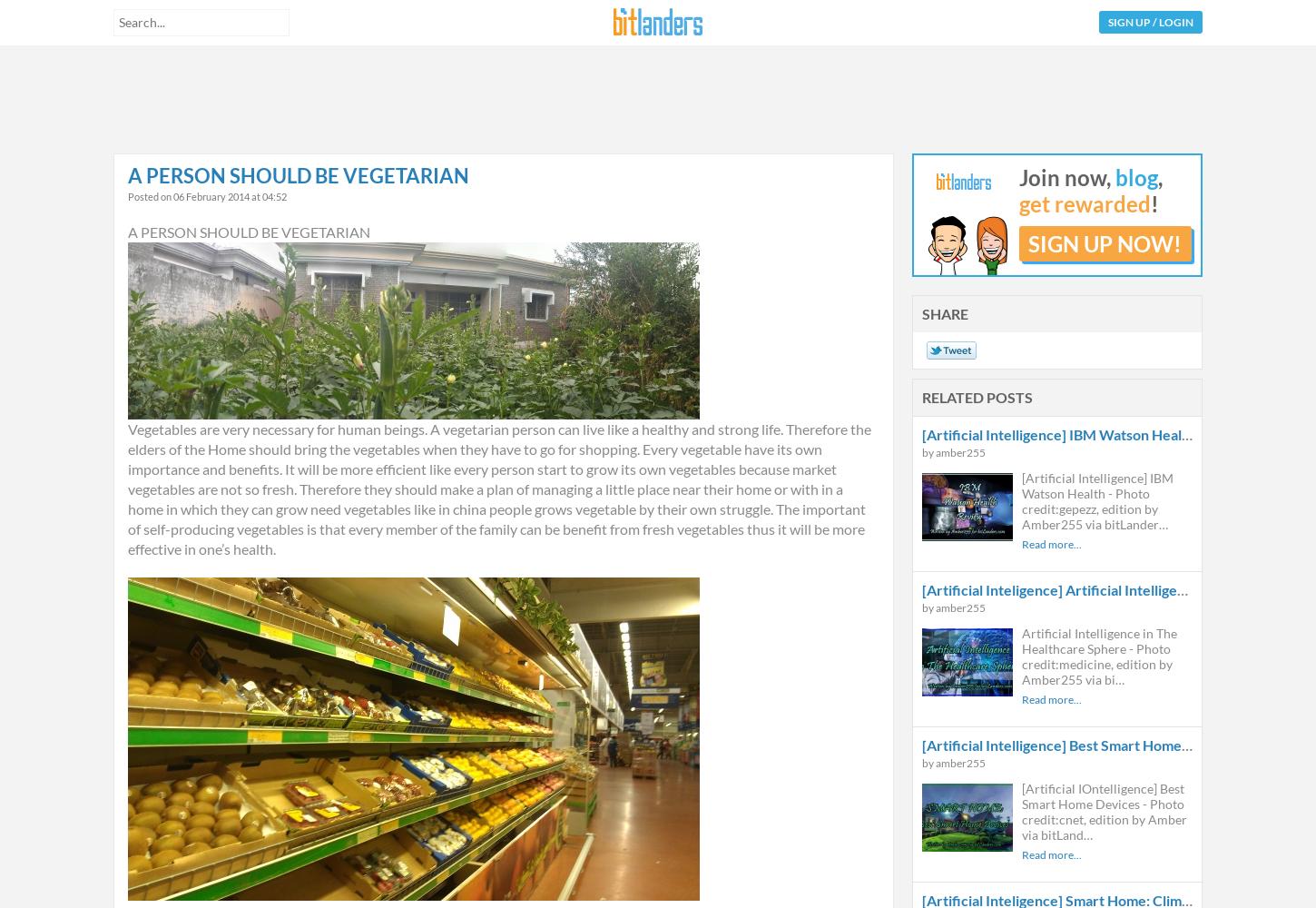 Image resolution: width=1316 pixels, height=908 pixels. I want to click on 'Posted on', so click(150, 195).